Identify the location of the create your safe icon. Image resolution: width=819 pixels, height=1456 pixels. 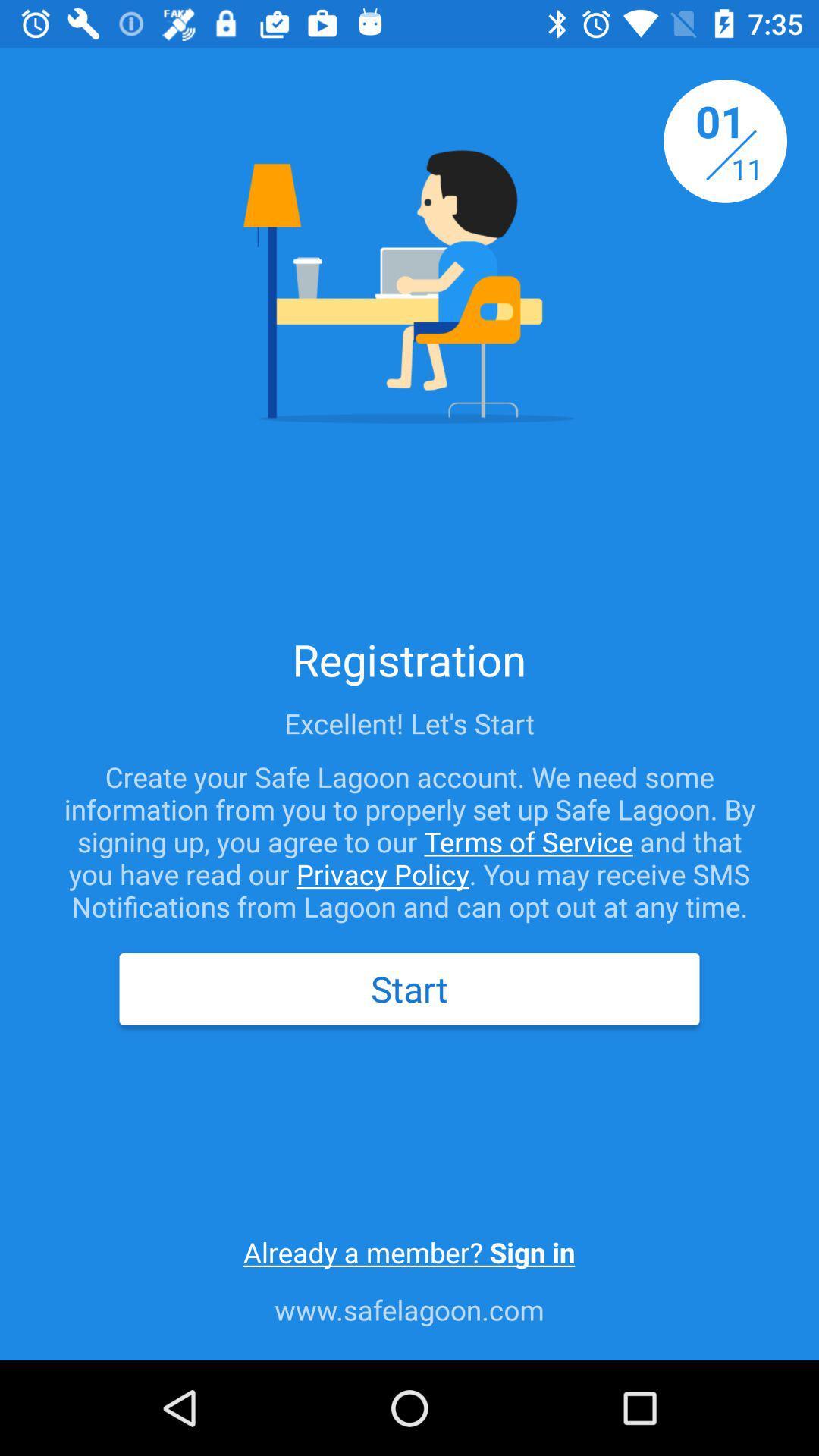
(409, 840).